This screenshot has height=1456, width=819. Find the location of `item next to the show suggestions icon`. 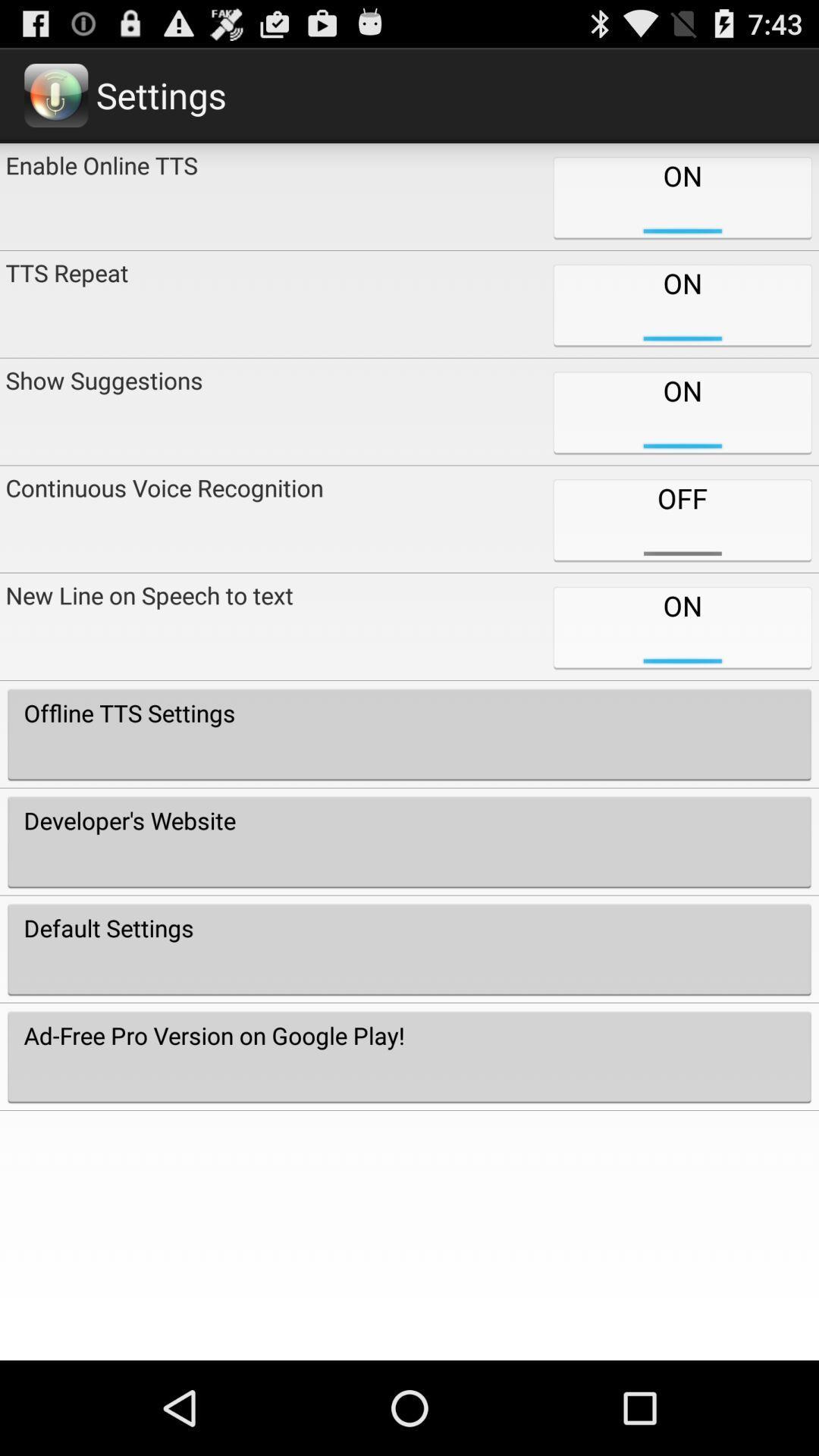

item next to the show suggestions icon is located at coordinates (681, 519).